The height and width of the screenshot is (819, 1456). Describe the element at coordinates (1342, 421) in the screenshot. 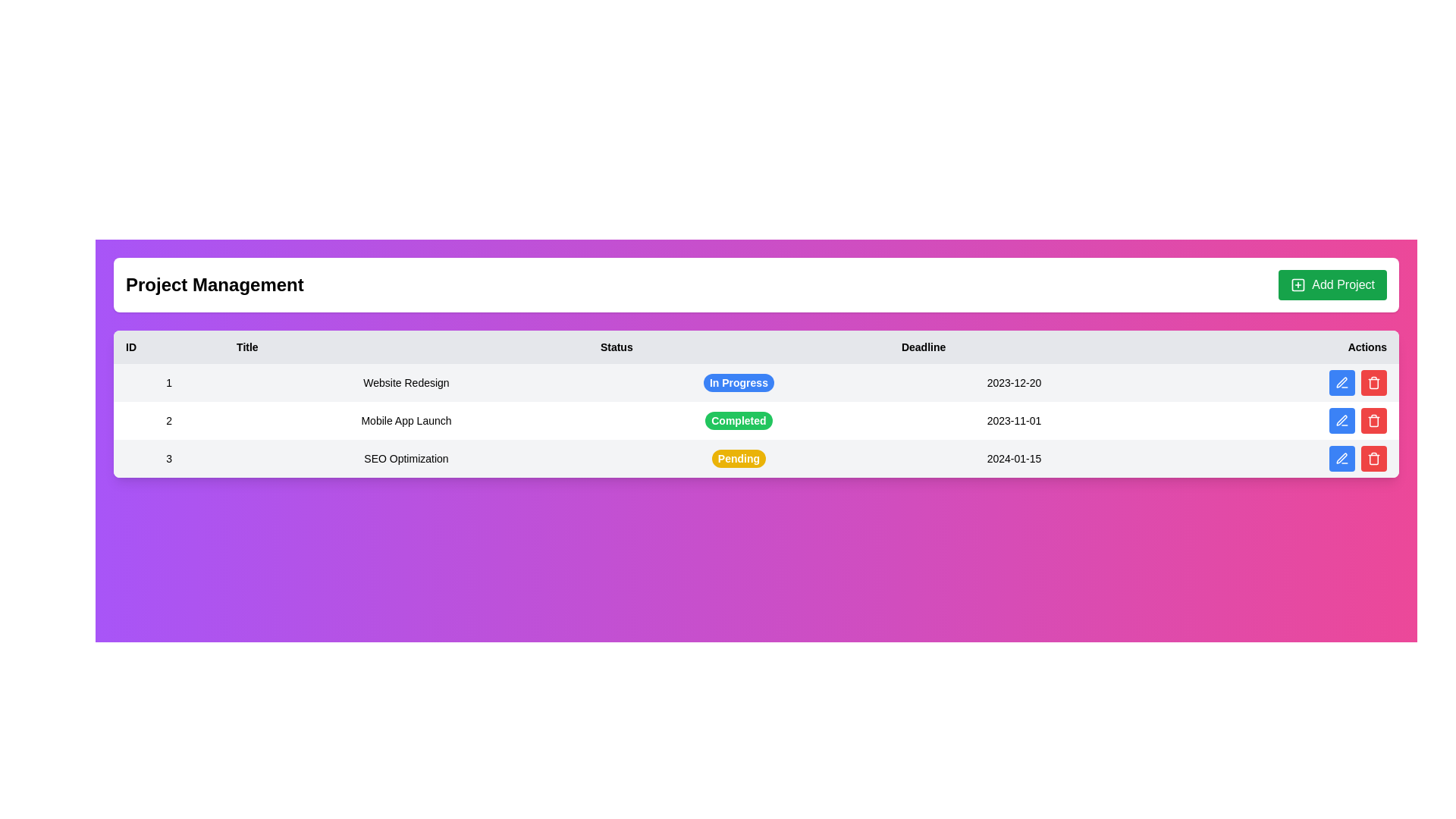

I see `the pen icon button in the 'Actions' column of the table, specifically in the second row for the 'Mobile App Launch' entry` at that location.